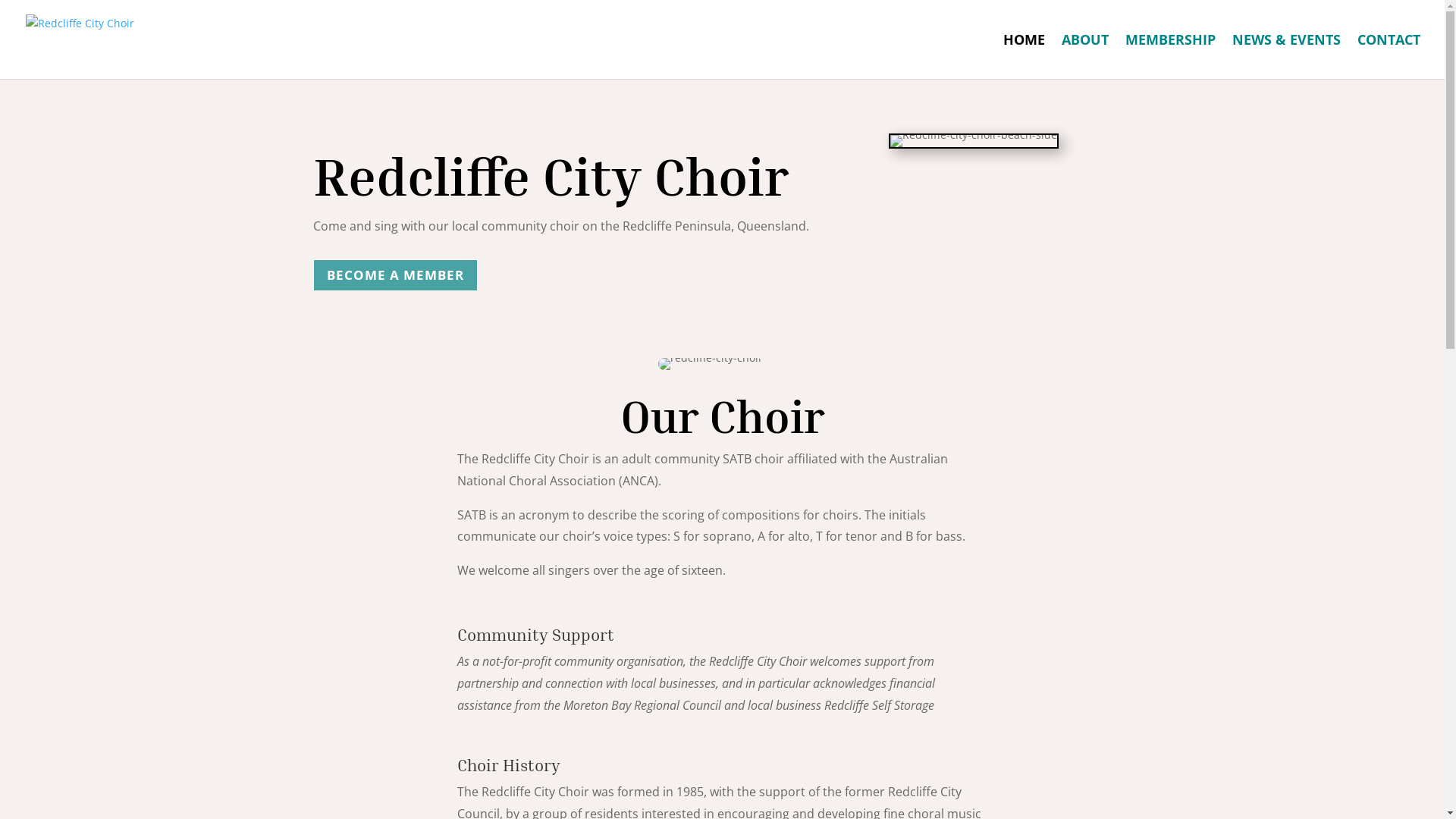 This screenshot has width=1456, height=819. Describe the element at coordinates (1357, 55) in the screenshot. I see `'CONTACT'` at that location.